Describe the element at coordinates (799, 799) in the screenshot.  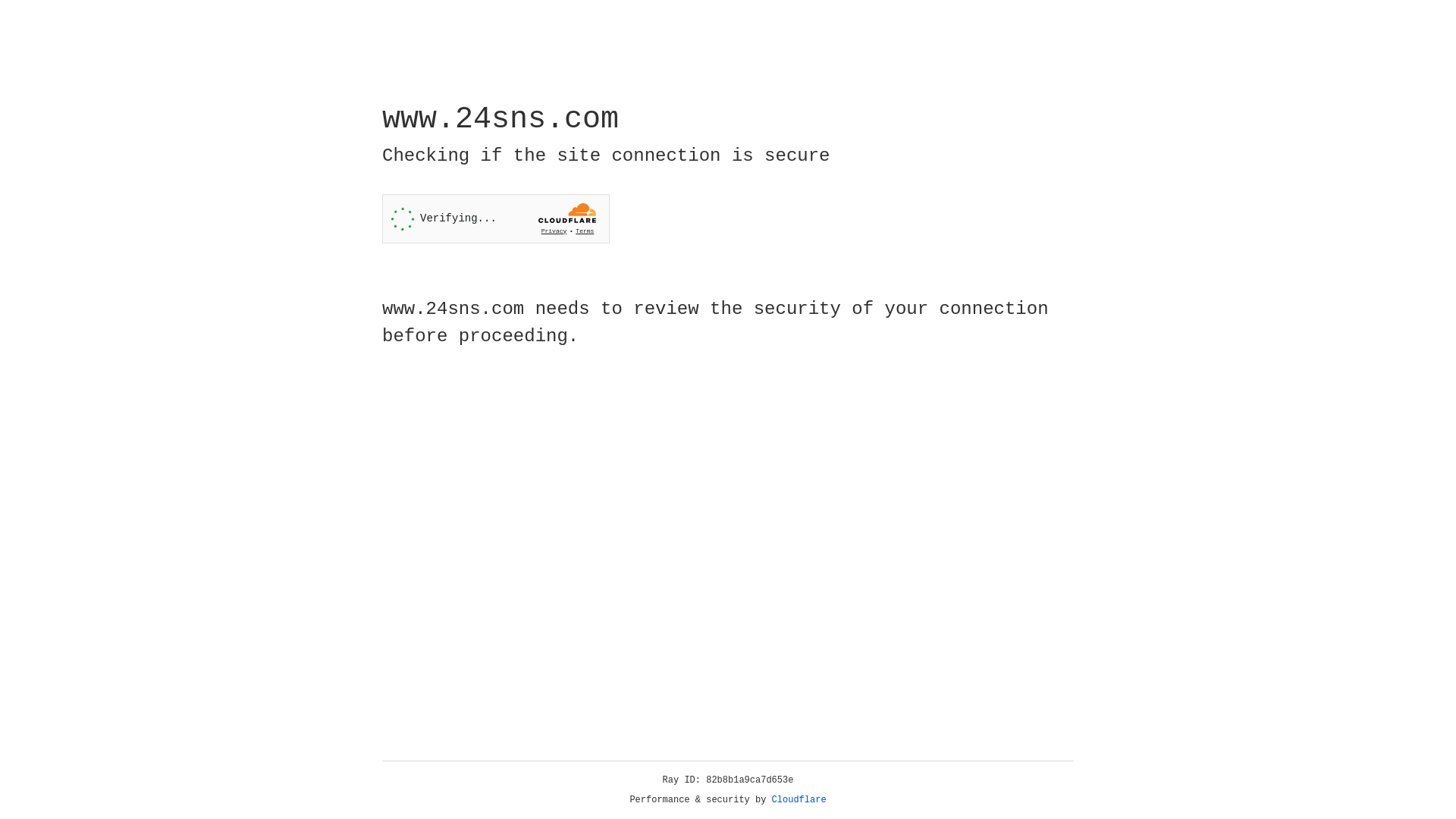
I see `'Cloudflare'` at that location.